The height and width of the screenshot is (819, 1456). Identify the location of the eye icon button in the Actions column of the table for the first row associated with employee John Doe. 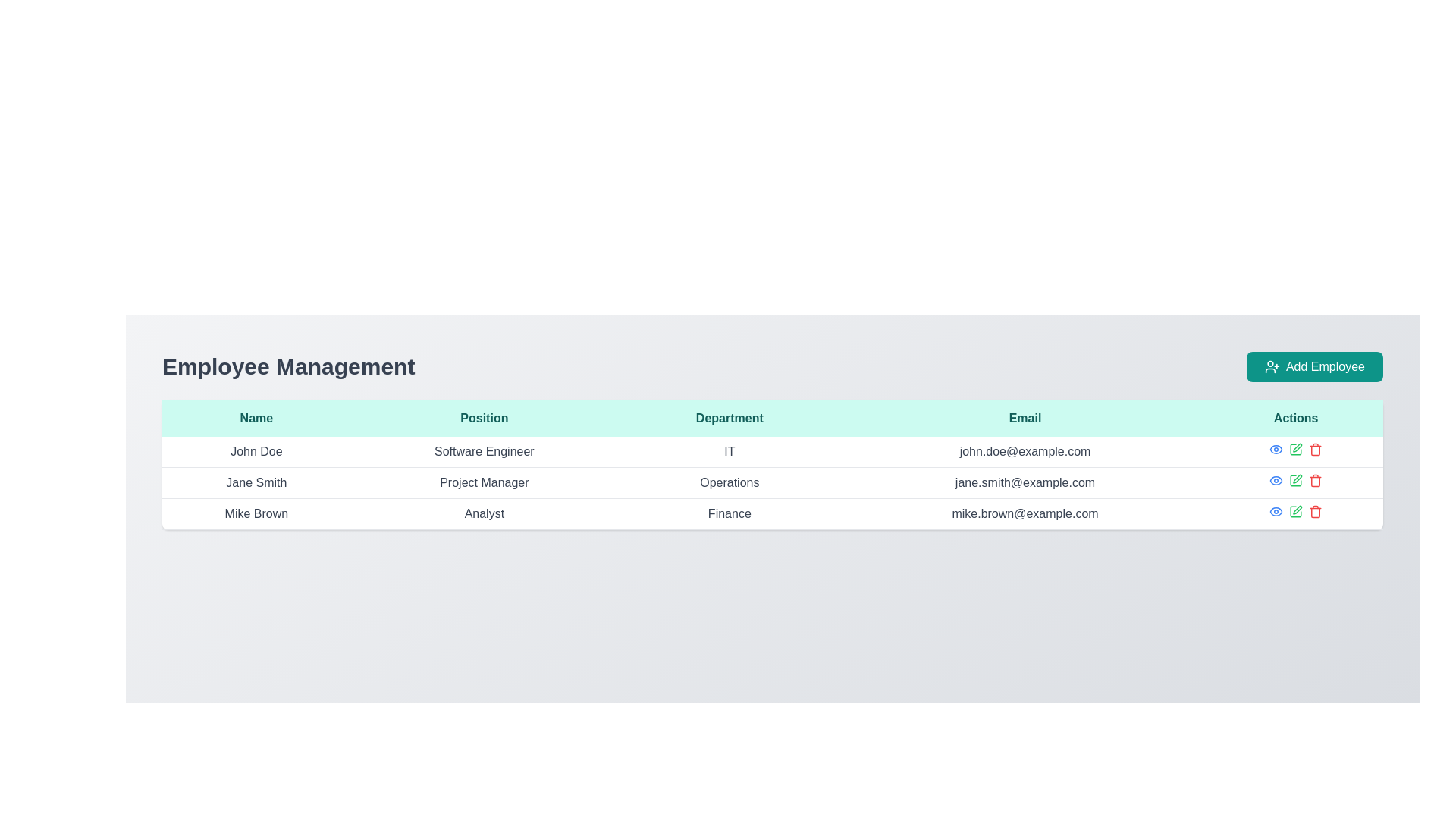
(1276, 449).